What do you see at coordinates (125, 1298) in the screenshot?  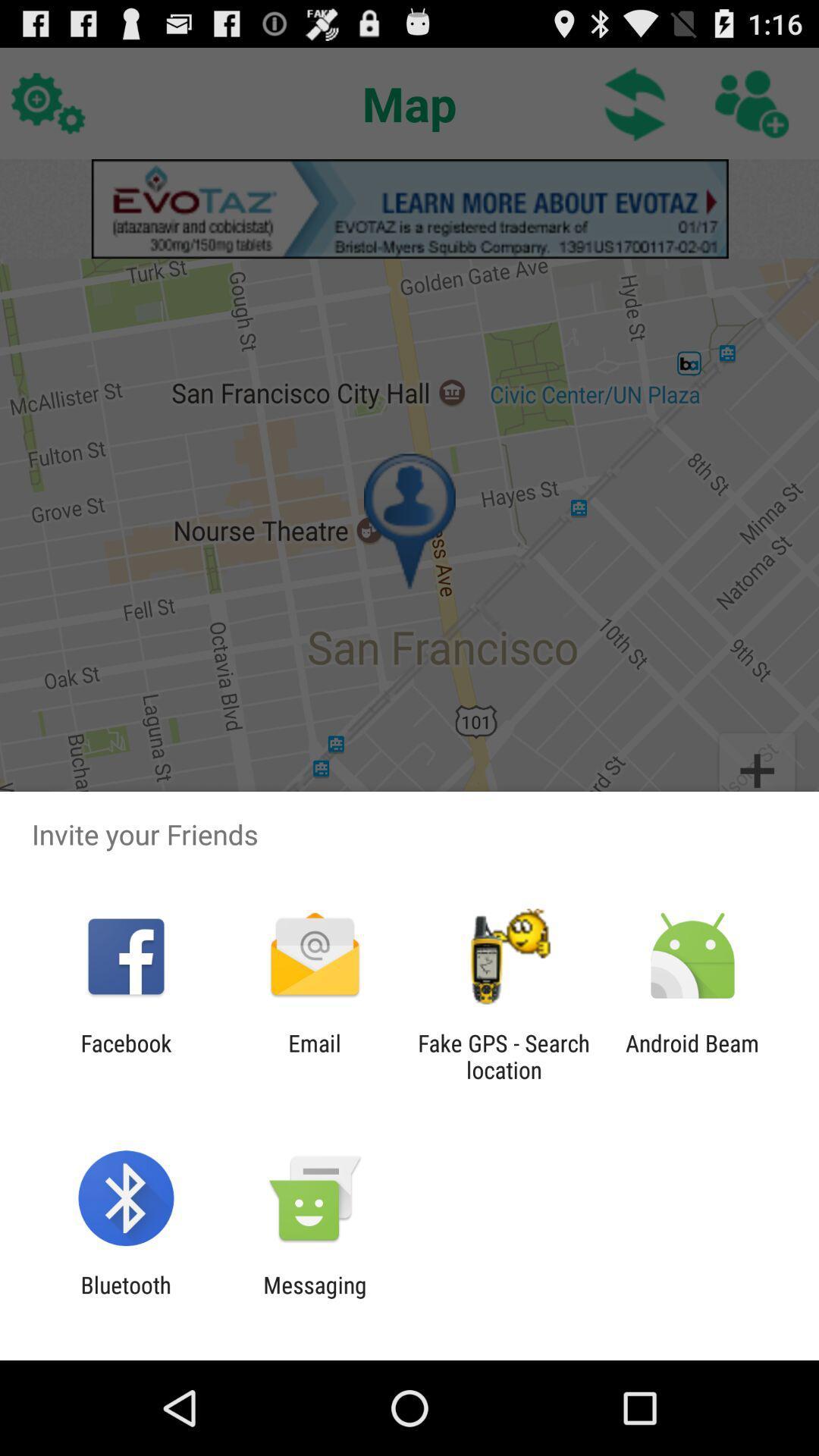 I see `the bluetooth item` at bounding box center [125, 1298].